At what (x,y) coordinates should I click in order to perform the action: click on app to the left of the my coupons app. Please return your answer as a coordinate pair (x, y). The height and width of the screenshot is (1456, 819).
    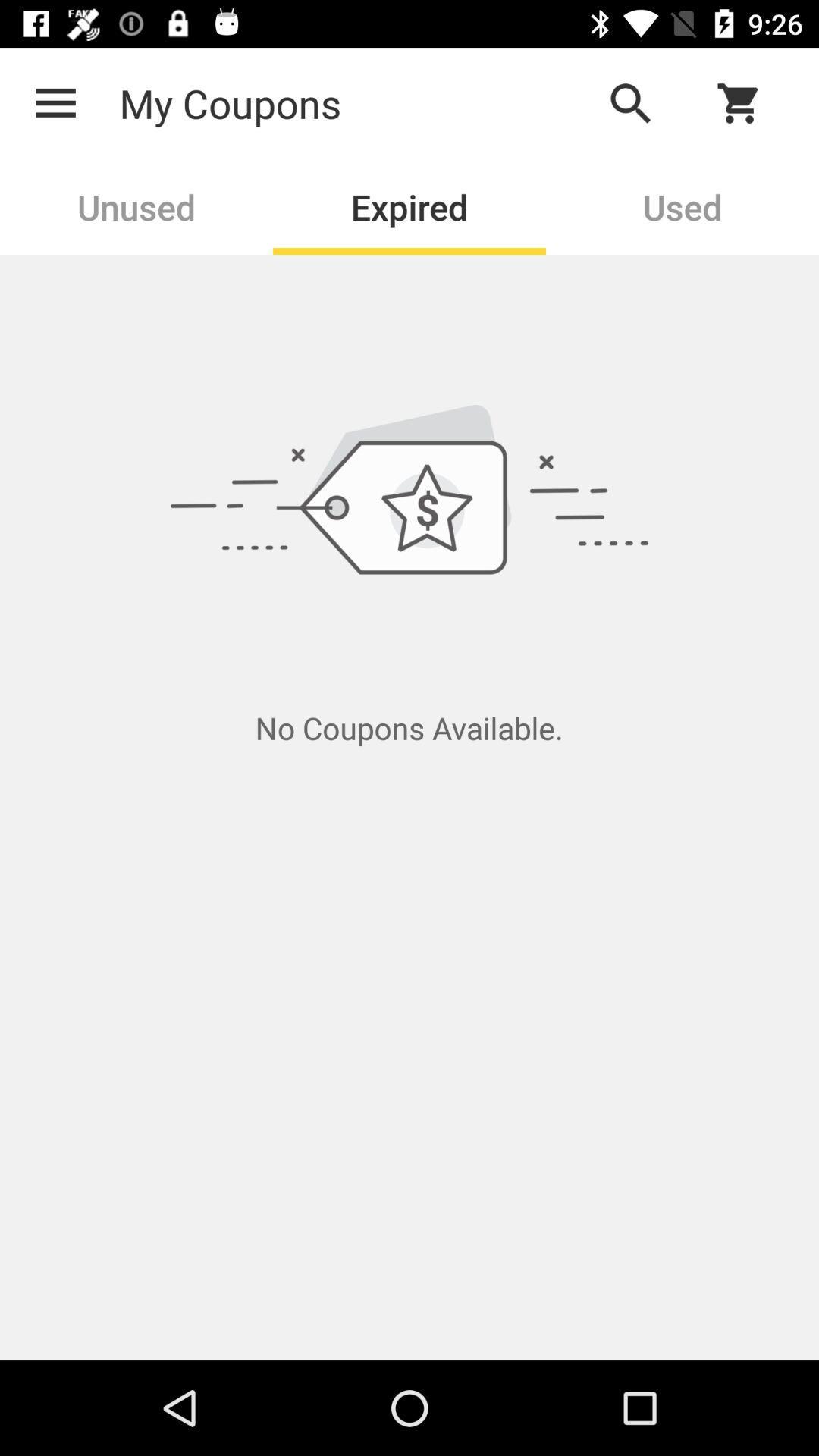
    Looking at the image, I should click on (55, 102).